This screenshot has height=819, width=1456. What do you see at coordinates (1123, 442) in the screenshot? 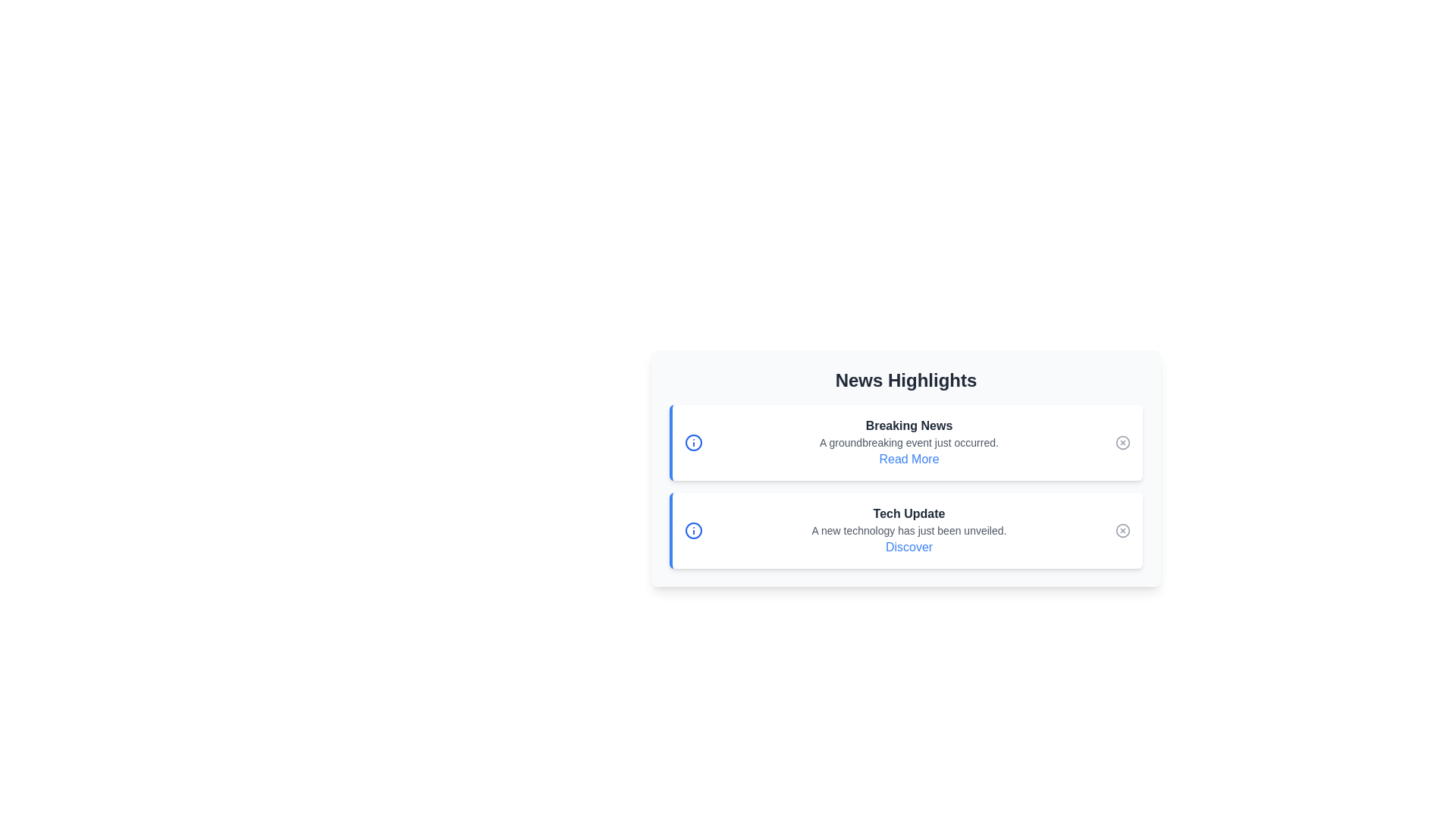
I see `close button for the news highlight titled Breaking News` at bounding box center [1123, 442].